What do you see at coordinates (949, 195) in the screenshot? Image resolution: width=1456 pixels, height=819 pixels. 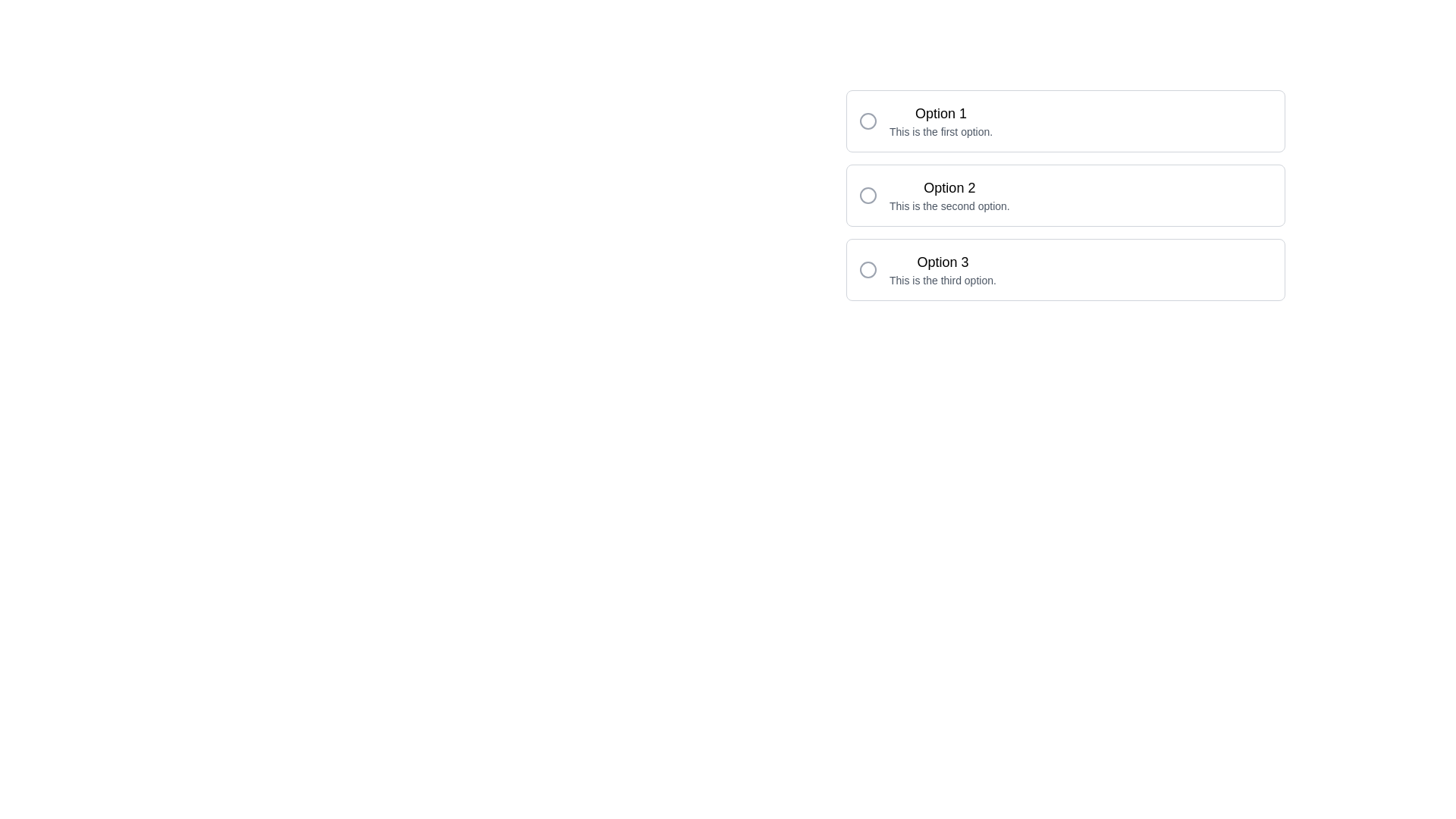 I see `the text label displaying 'Option 2', which is located centrally between 'Option 1' and 'Option 3' in a vertical list layout` at bounding box center [949, 195].